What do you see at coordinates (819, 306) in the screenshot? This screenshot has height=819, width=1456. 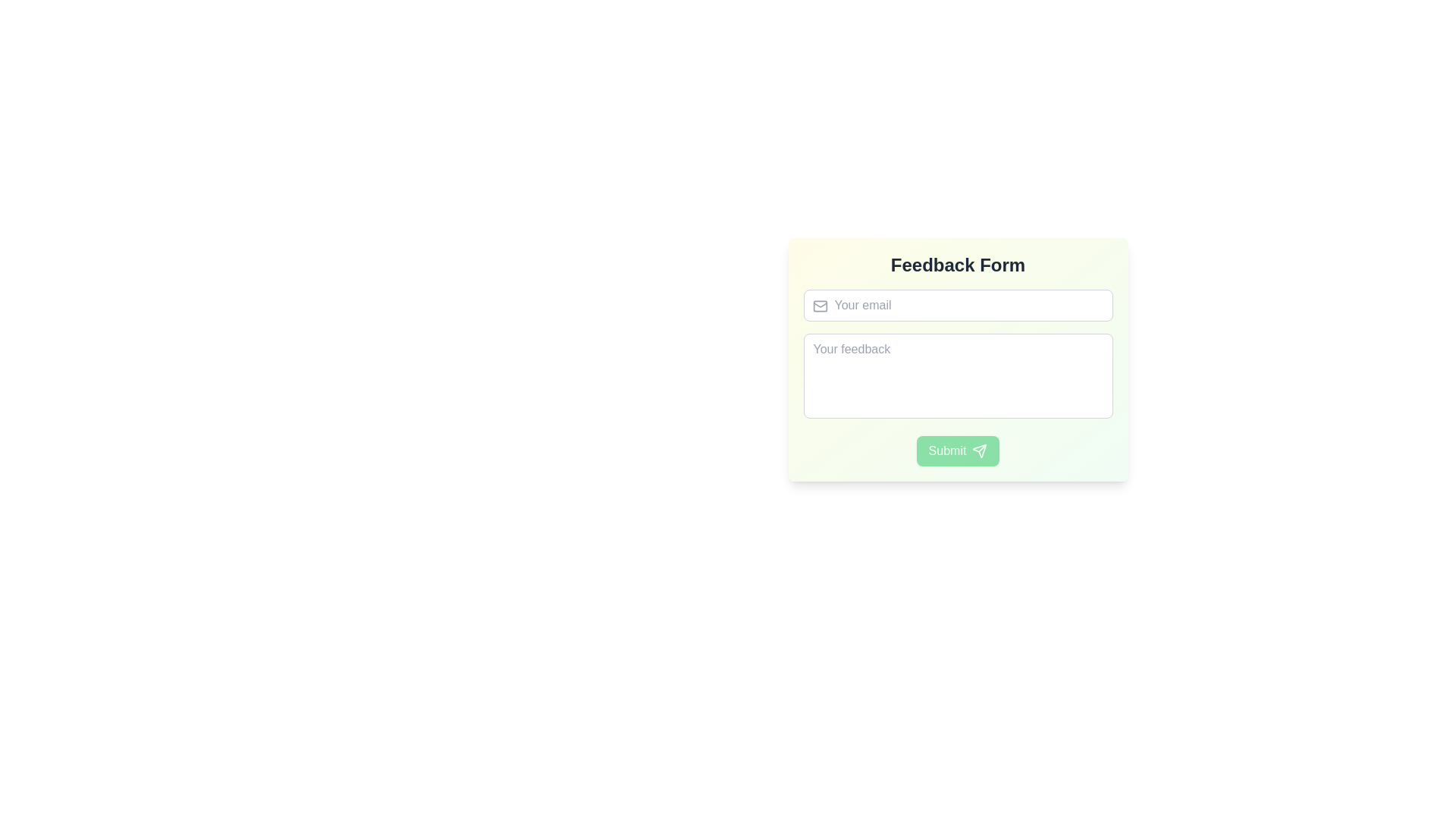 I see `the Decorative SVG shape within the mail icon, which is a rounded rectangle located to the left of the email input field in the feedback form` at bounding box center [819, 306].